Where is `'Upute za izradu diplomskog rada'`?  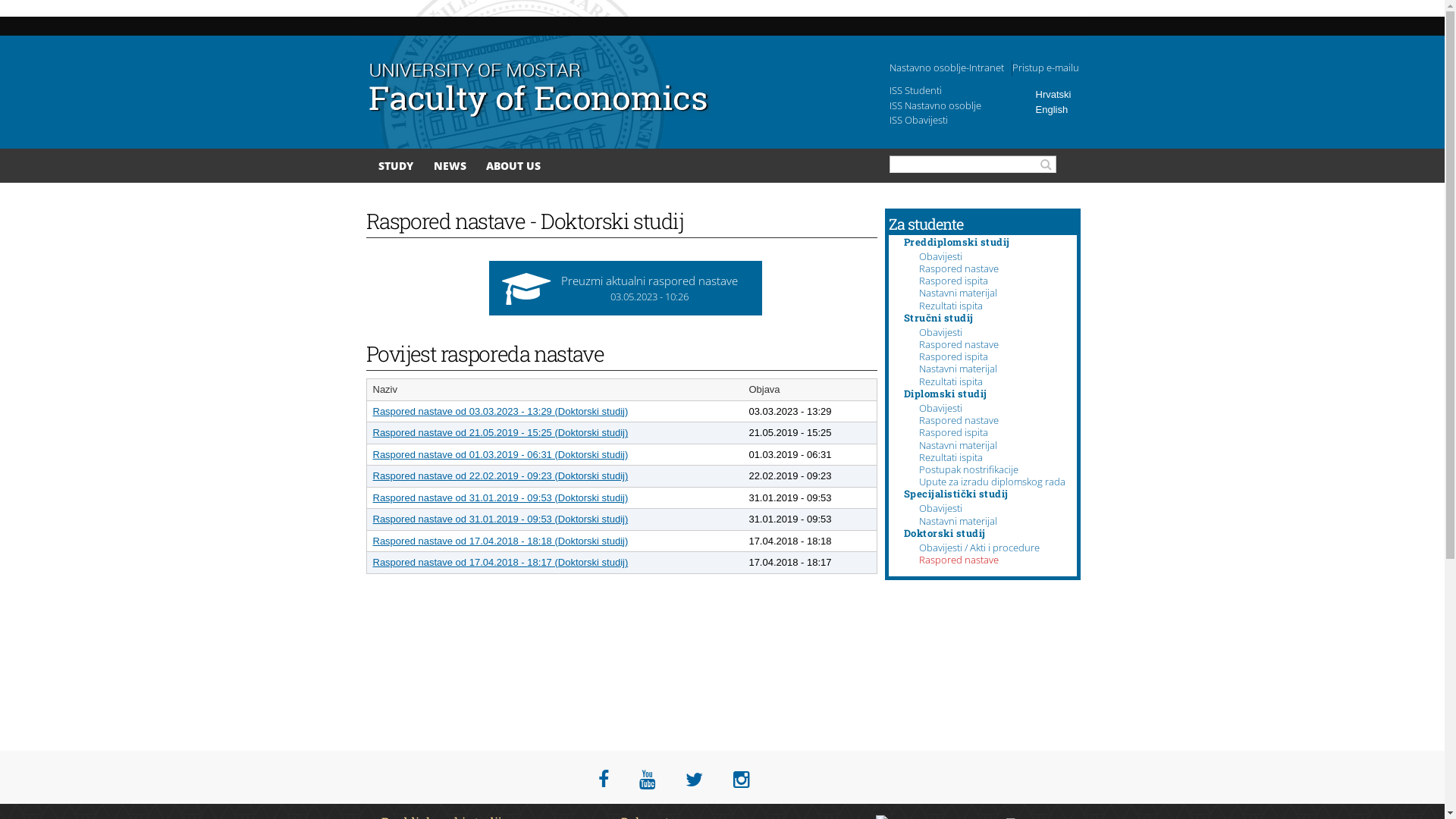
'Upute za izradu diplomskog rada' is located at coordinates (918, 482).